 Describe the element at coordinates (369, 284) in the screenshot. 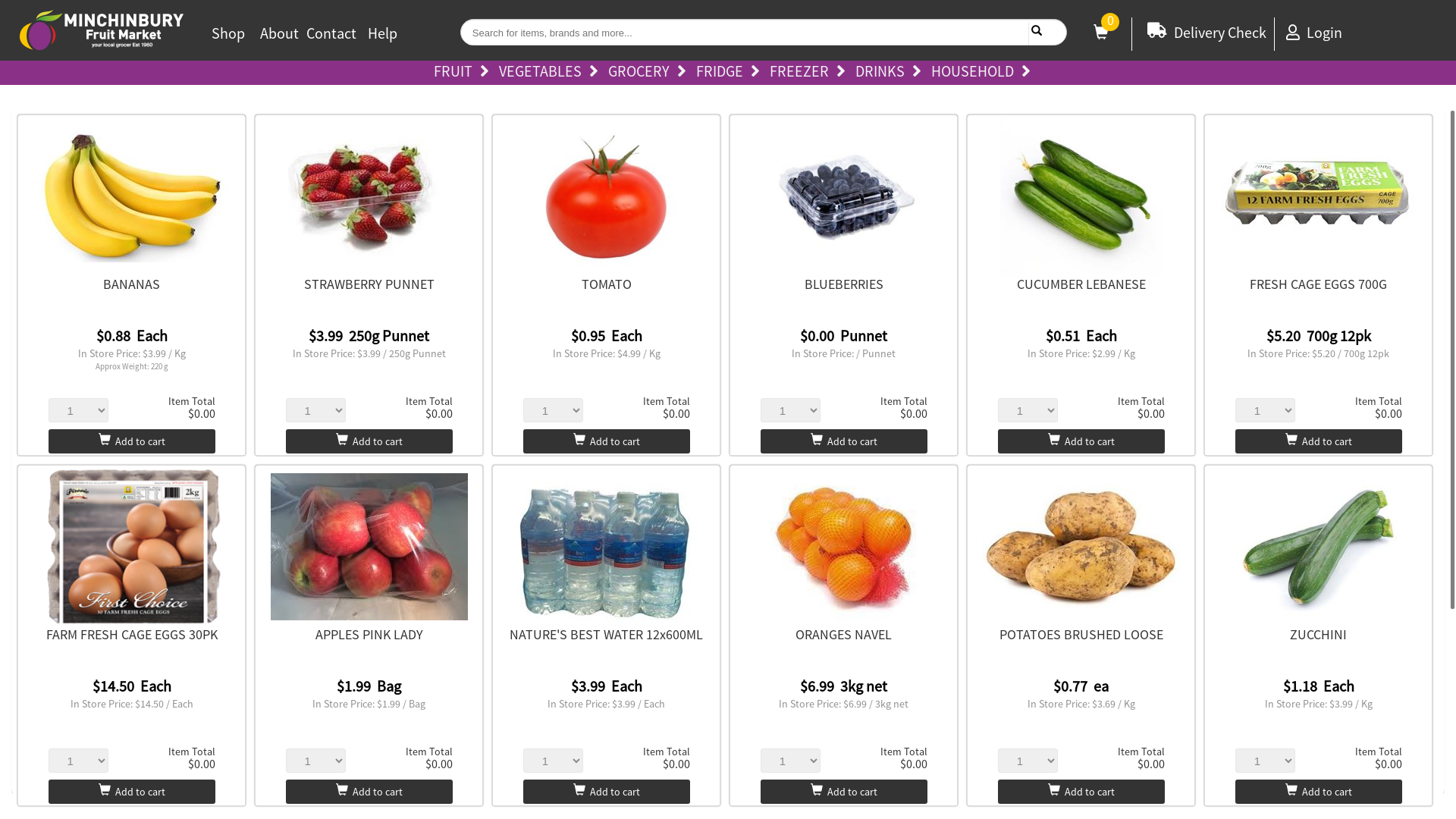

I see `'STRAWBERRY PUNNET'` at that location.